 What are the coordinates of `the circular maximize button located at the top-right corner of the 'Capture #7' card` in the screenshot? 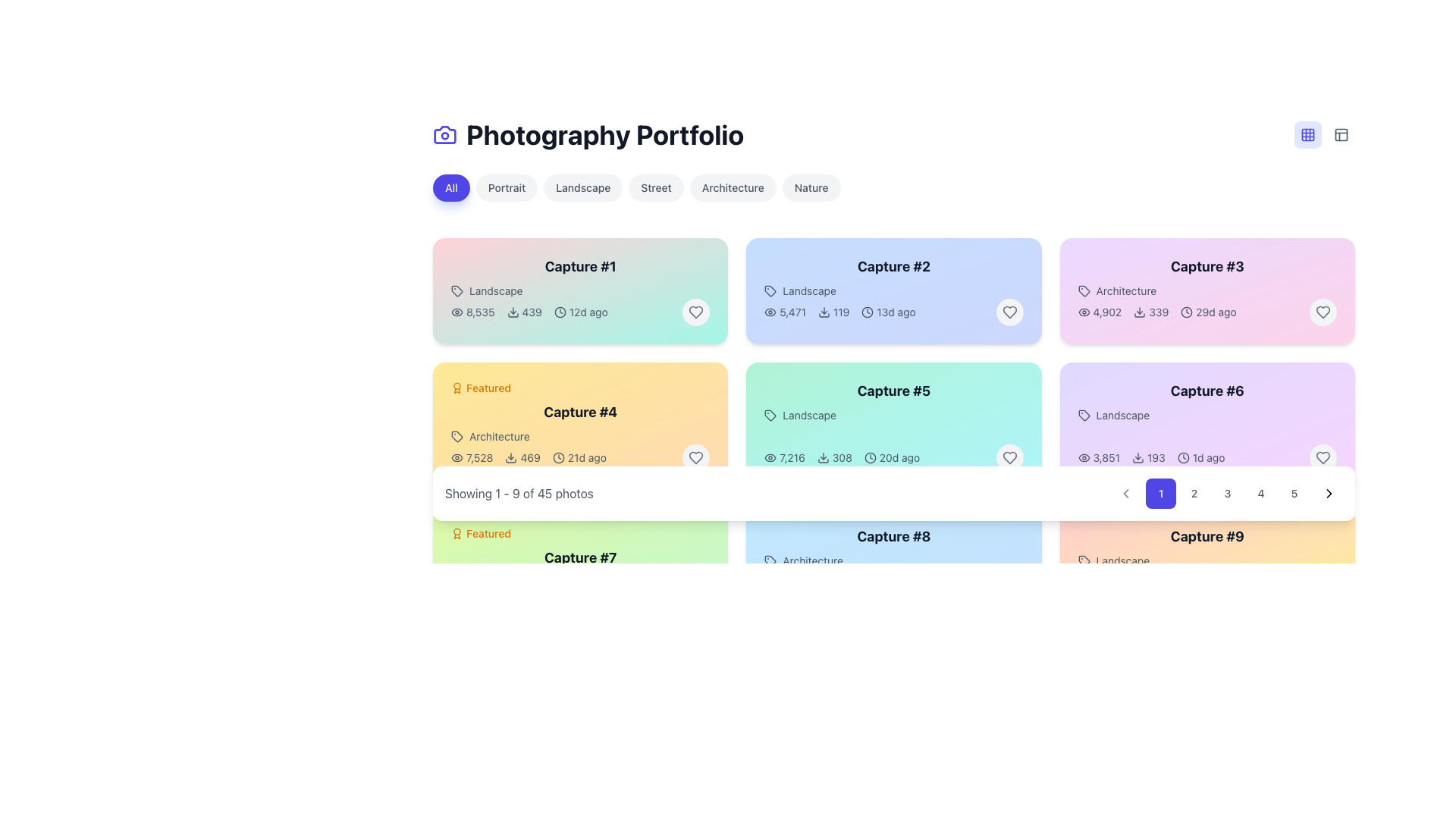 It's located at (701, 533).